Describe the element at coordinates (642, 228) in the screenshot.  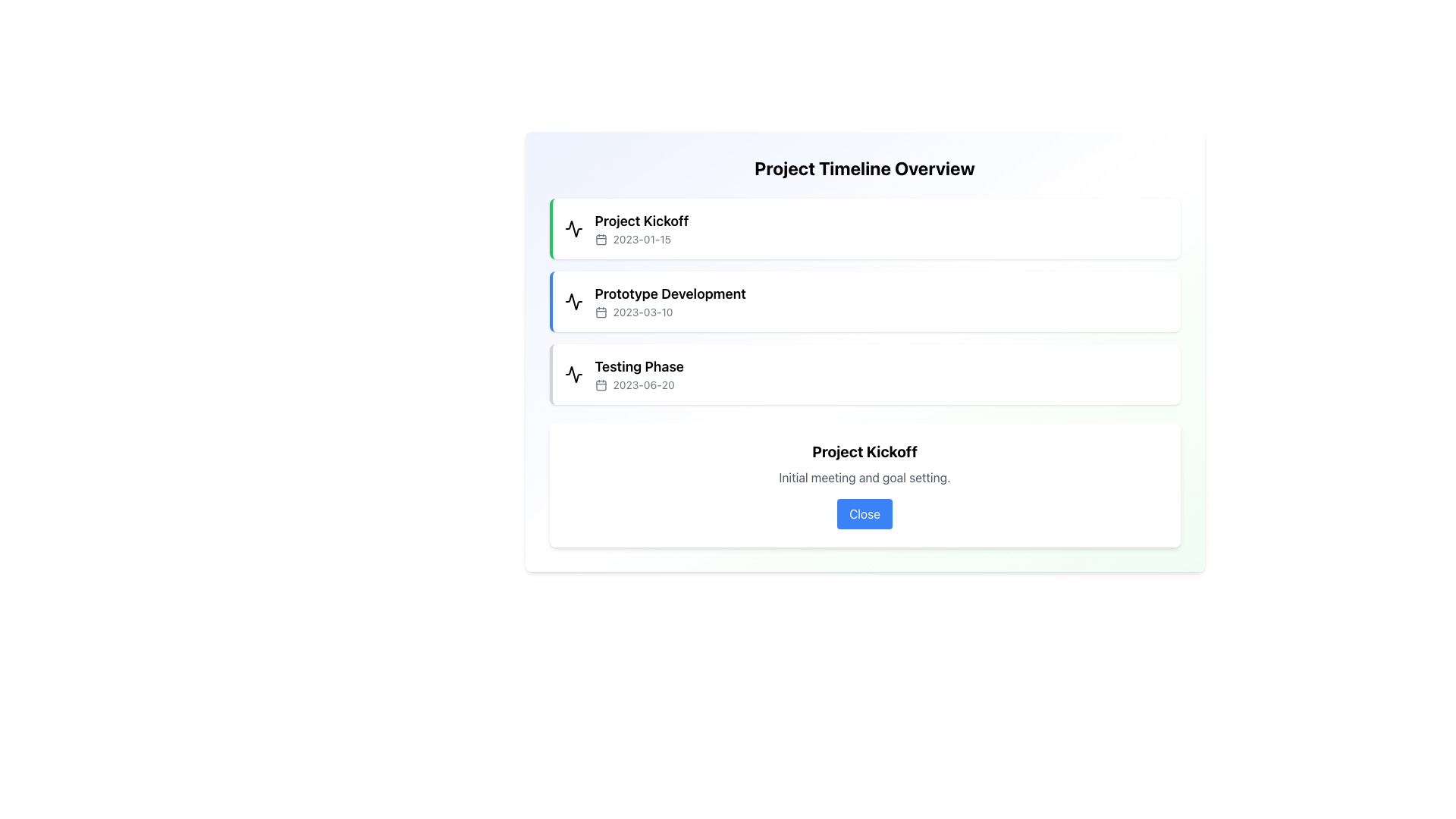
I see `the Timeline Item labeled 'Project Kickoff' that indicates a milestone or event in the timeline, located in the upper-left quadrant of the interface` at that location.